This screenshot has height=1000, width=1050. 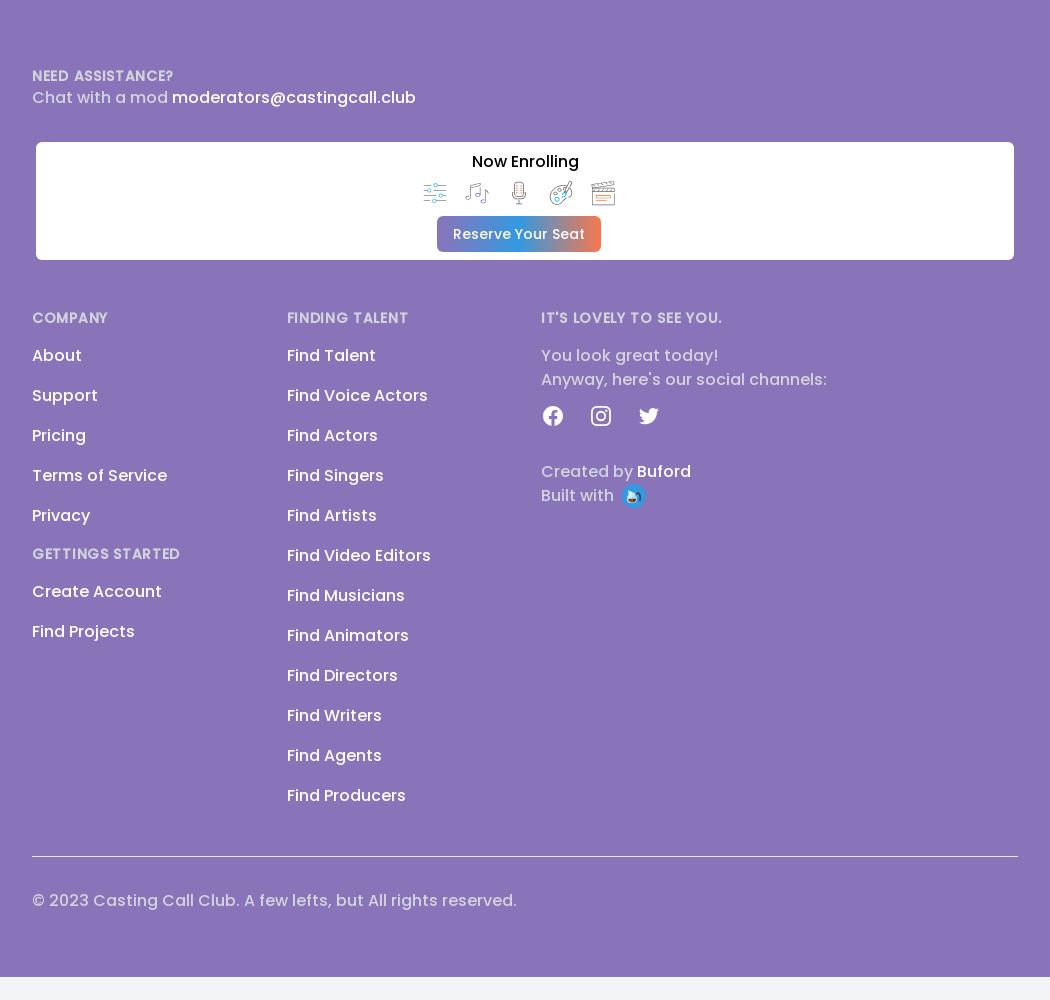 I want to click on 'Find Directors', so click(x=340, y=675).